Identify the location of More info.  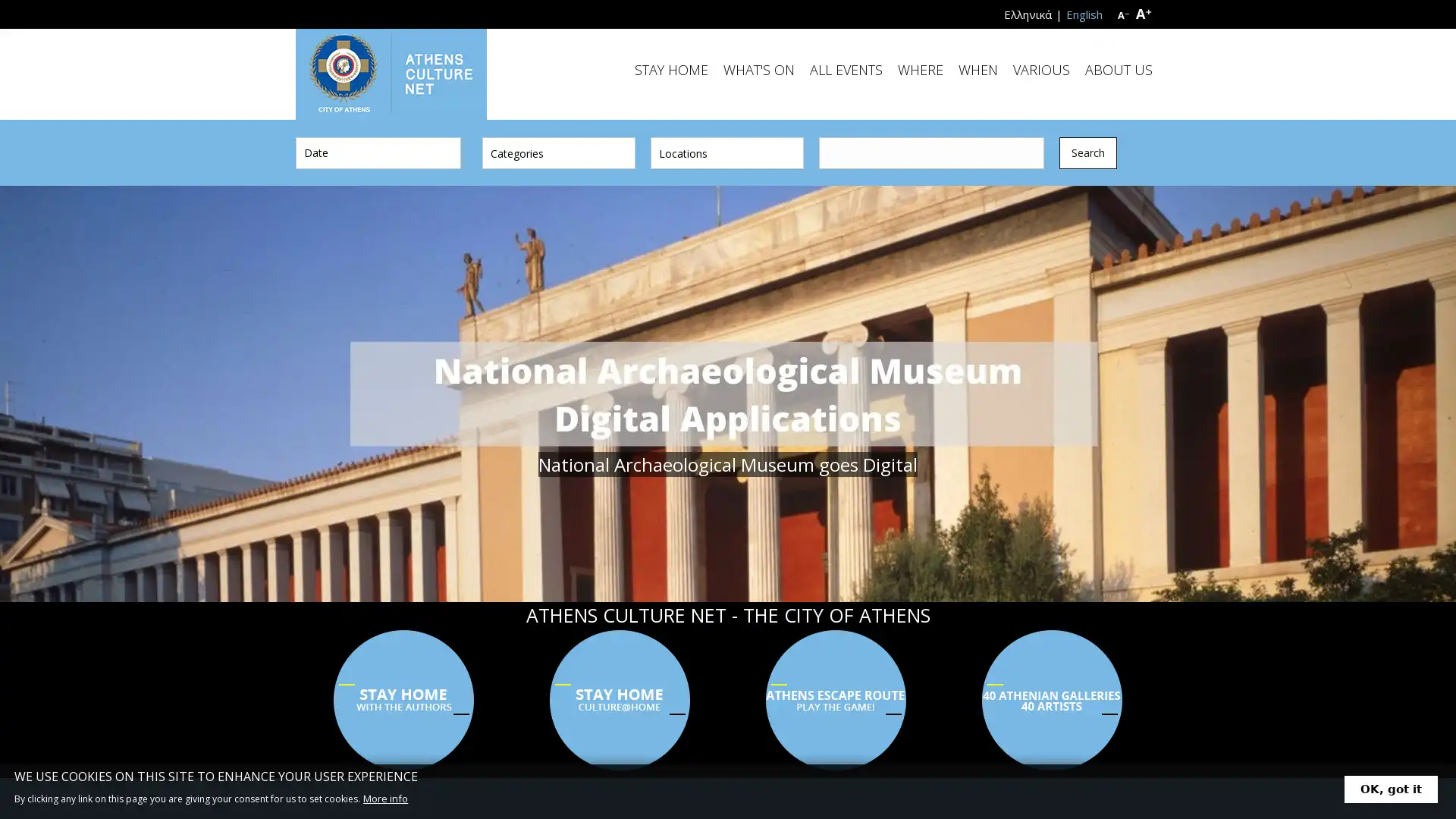
(385, 798).